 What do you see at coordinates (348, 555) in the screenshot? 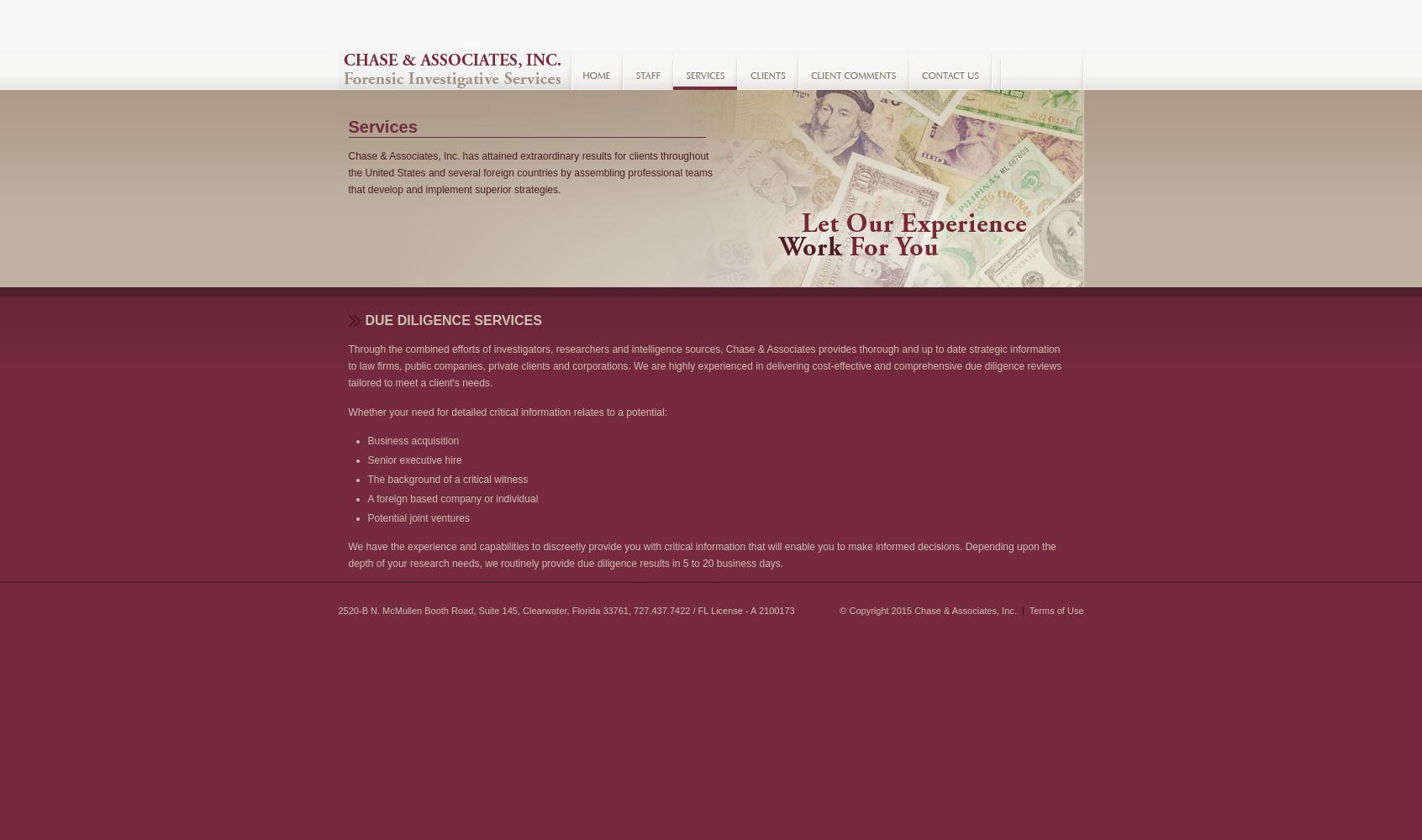
I see `'We have the experience and capabilities to discreetly provide you with critical information that will enable you to make informed decisions.  Depending upon the depth of your research needs, we routinely provide due diligence results in 5 to 20 business days.'` at bounding box center [348, 555].